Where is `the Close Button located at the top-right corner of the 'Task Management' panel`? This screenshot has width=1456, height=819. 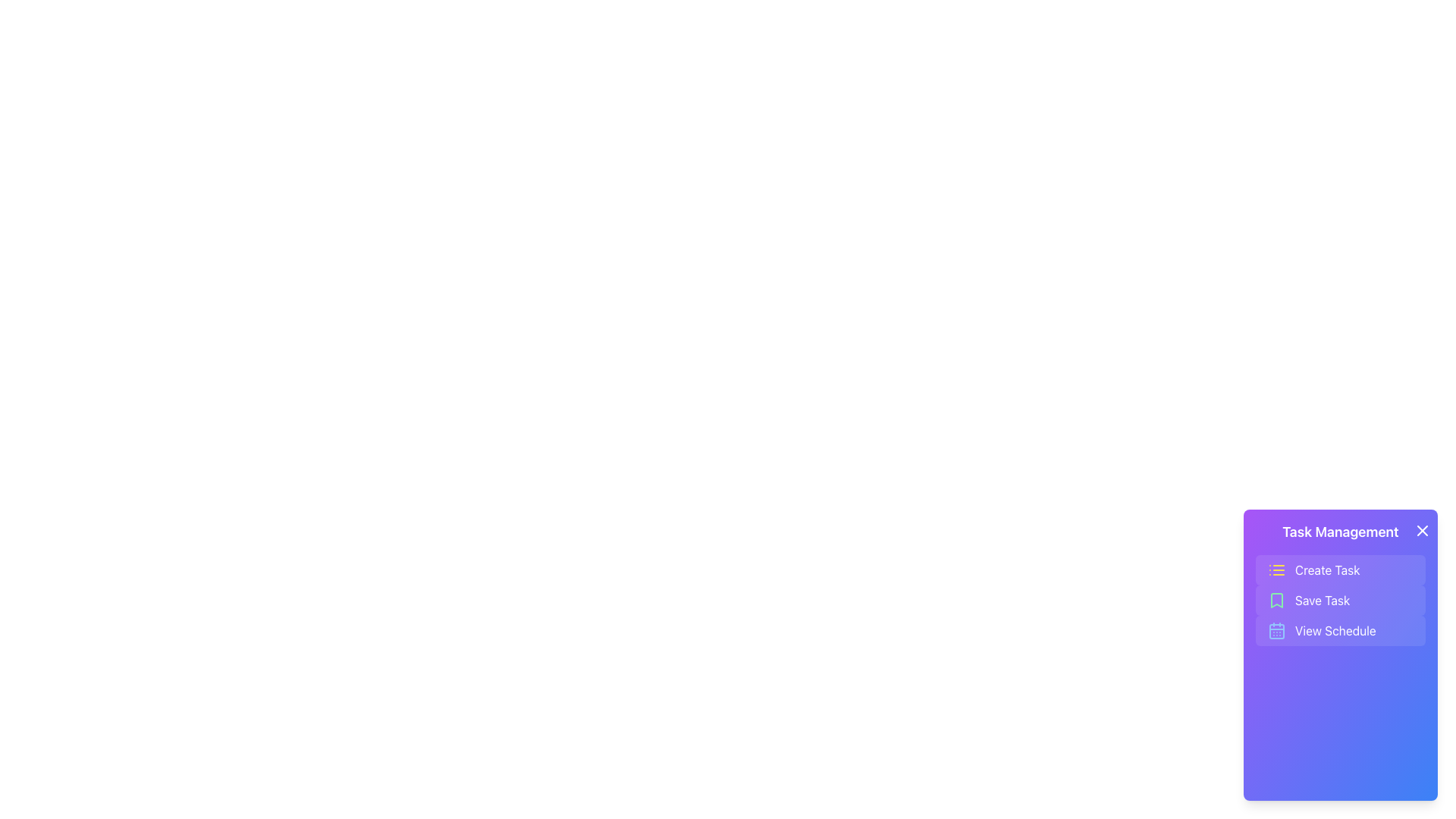 the Close Button located at the top-right corner of the 'Task Management' panel is located at coordinates (1422, 529).